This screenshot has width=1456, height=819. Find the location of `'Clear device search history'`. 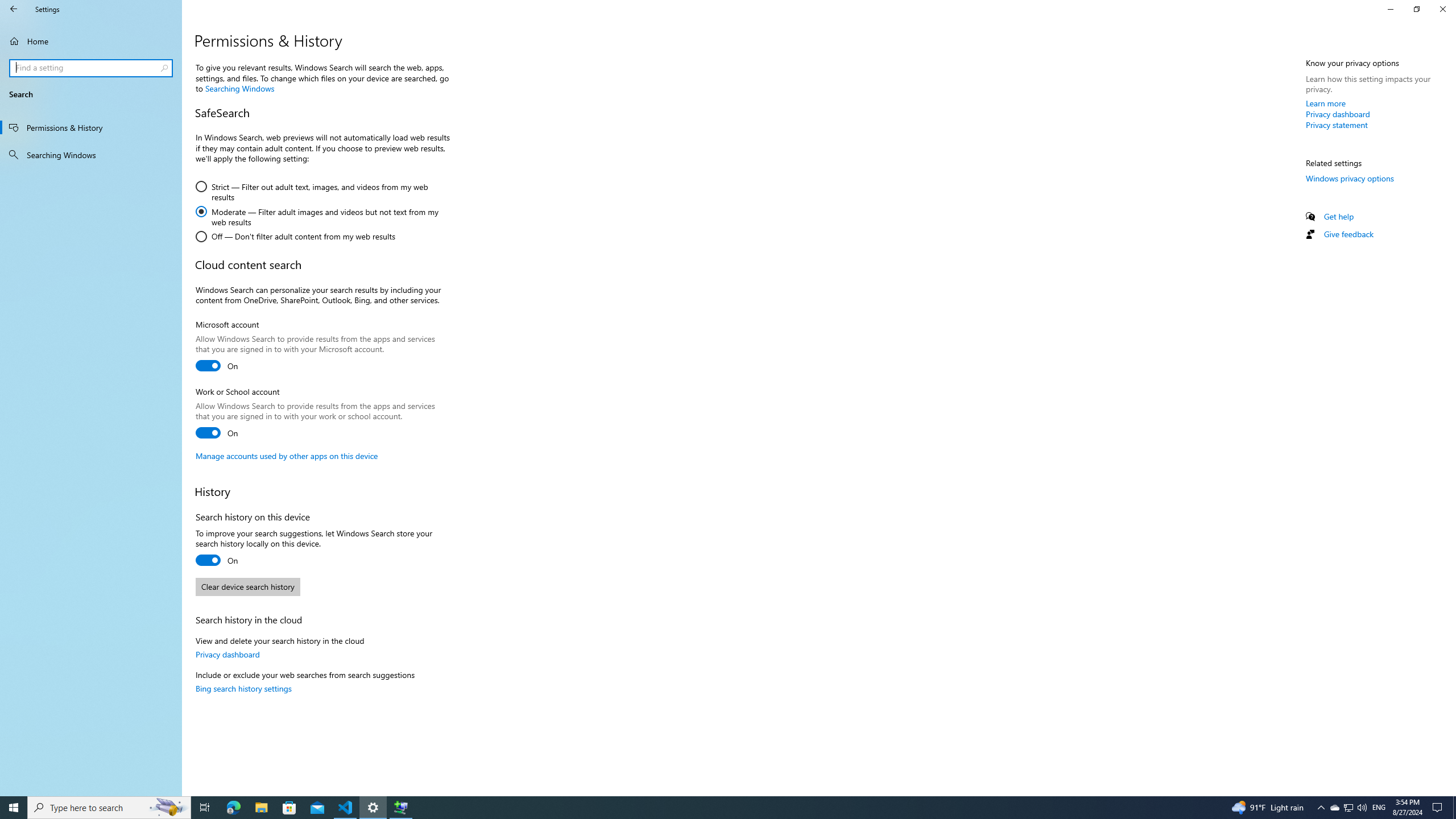

'Clear device search history' is located at coordinates (247, 586).